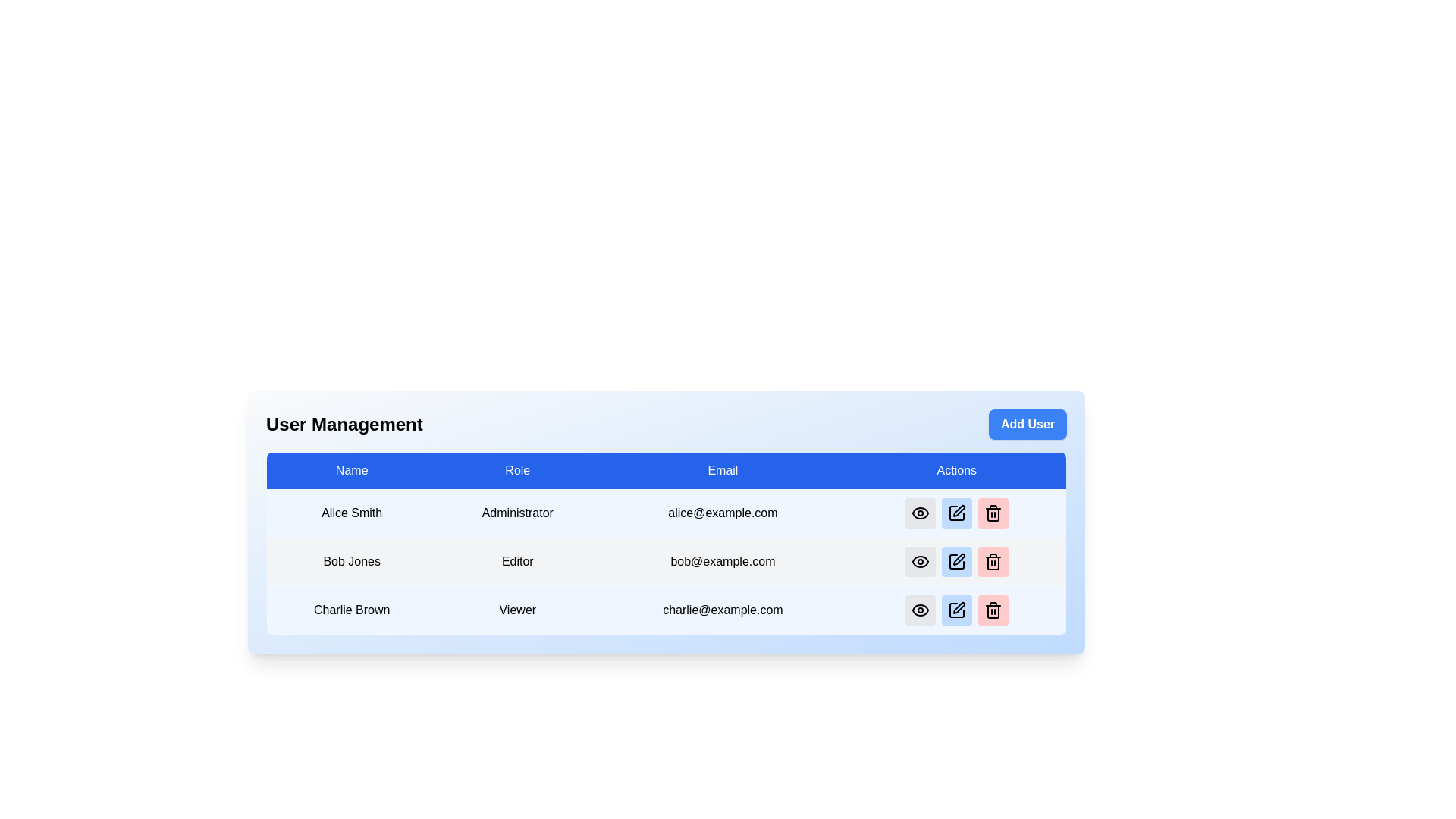 The image size is (1456, 819). Describe the element at coordinates (517, 513) in the screenshot. I see `the table cell displaying the role designation for the user named 'Alice Smith', which is located in the second column of the first data row under the 'User Management' section` at that location.